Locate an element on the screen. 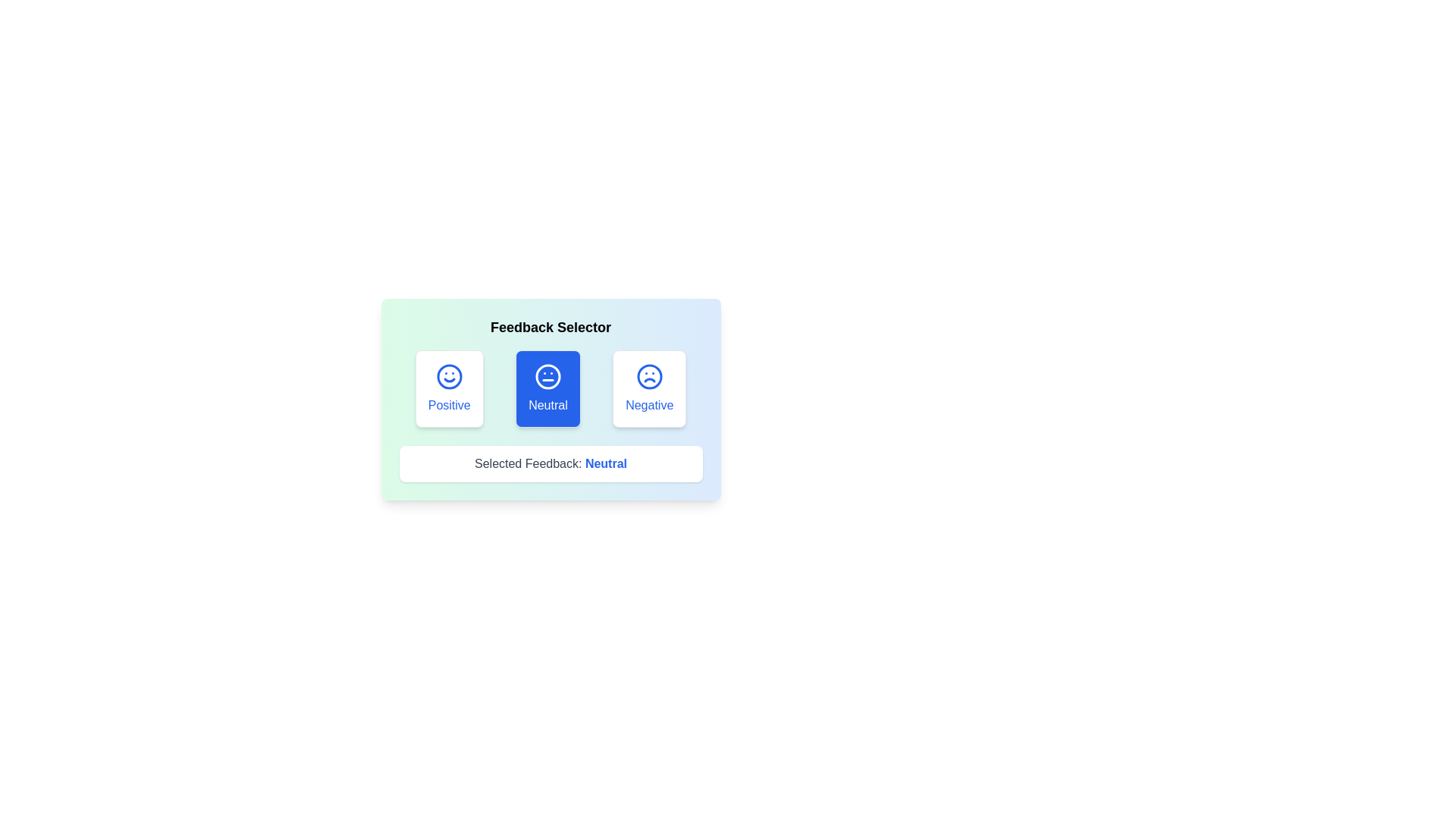 This screenshot has width=1456, height=819. the feedback option Positive by clicking the corresponding button is located at coordinates (447, 388).